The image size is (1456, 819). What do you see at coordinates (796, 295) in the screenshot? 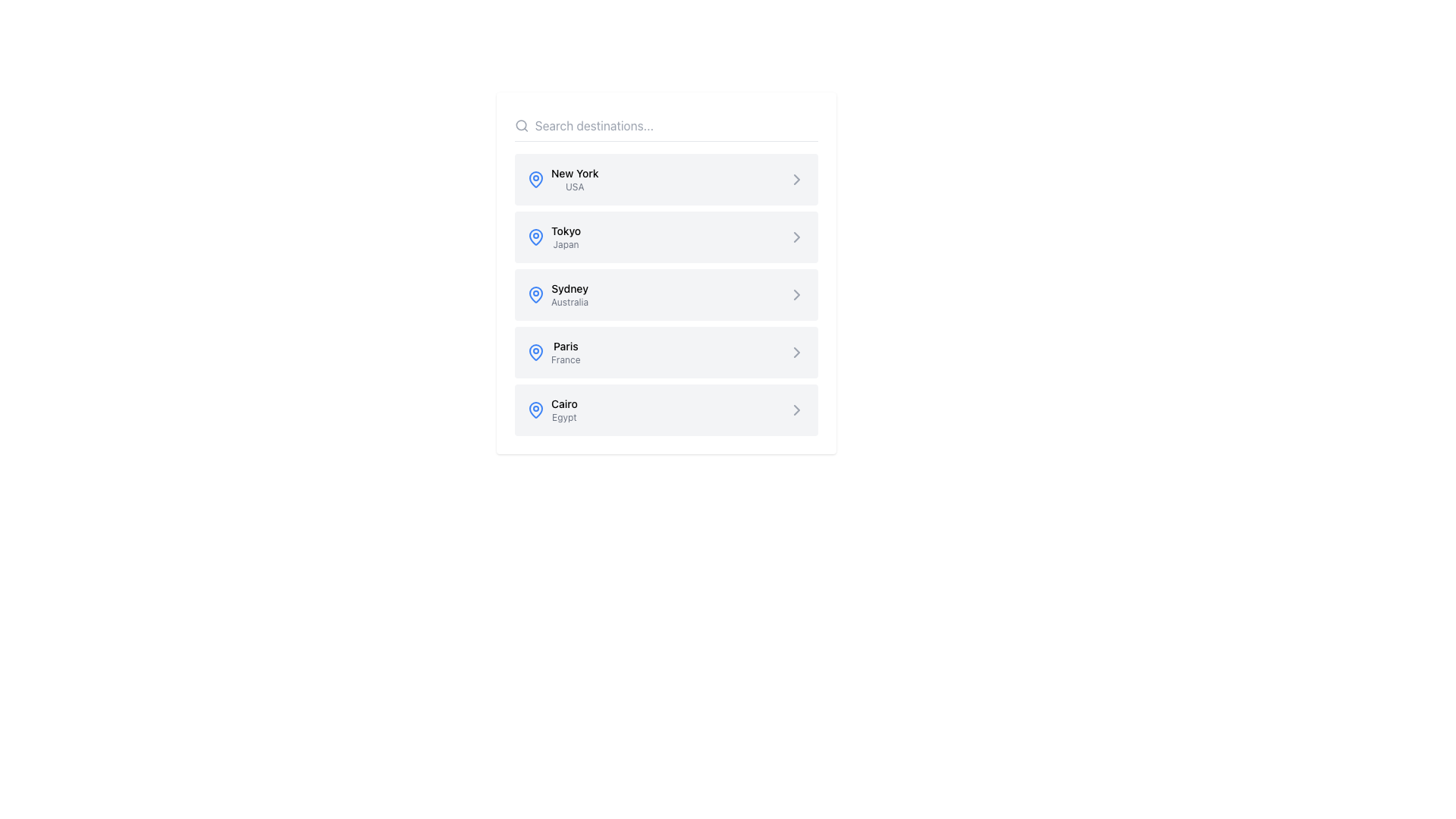
I see `the small gray arrow icon located at the far-right end of the row labeled 'Sydney' and 'Australia'` at bounding box center [796, 295].